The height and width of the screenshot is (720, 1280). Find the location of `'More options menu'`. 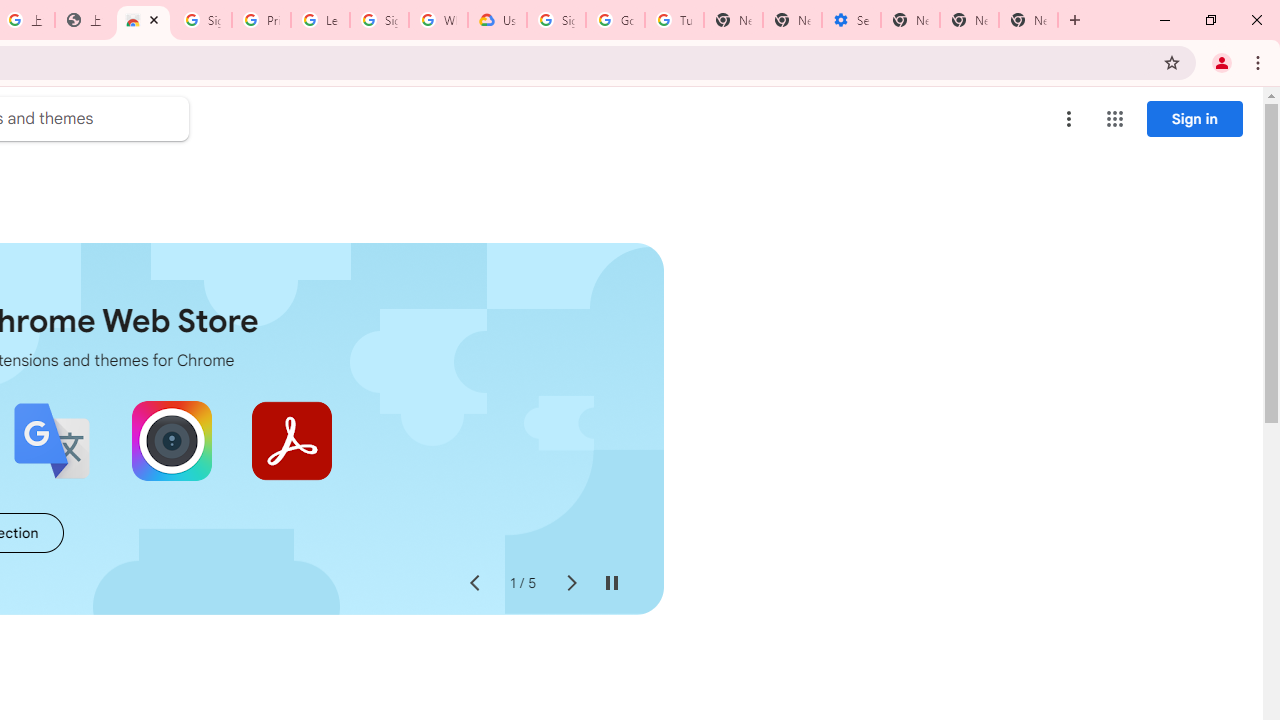

'More options menu' is located at coordinates (1068, 119).